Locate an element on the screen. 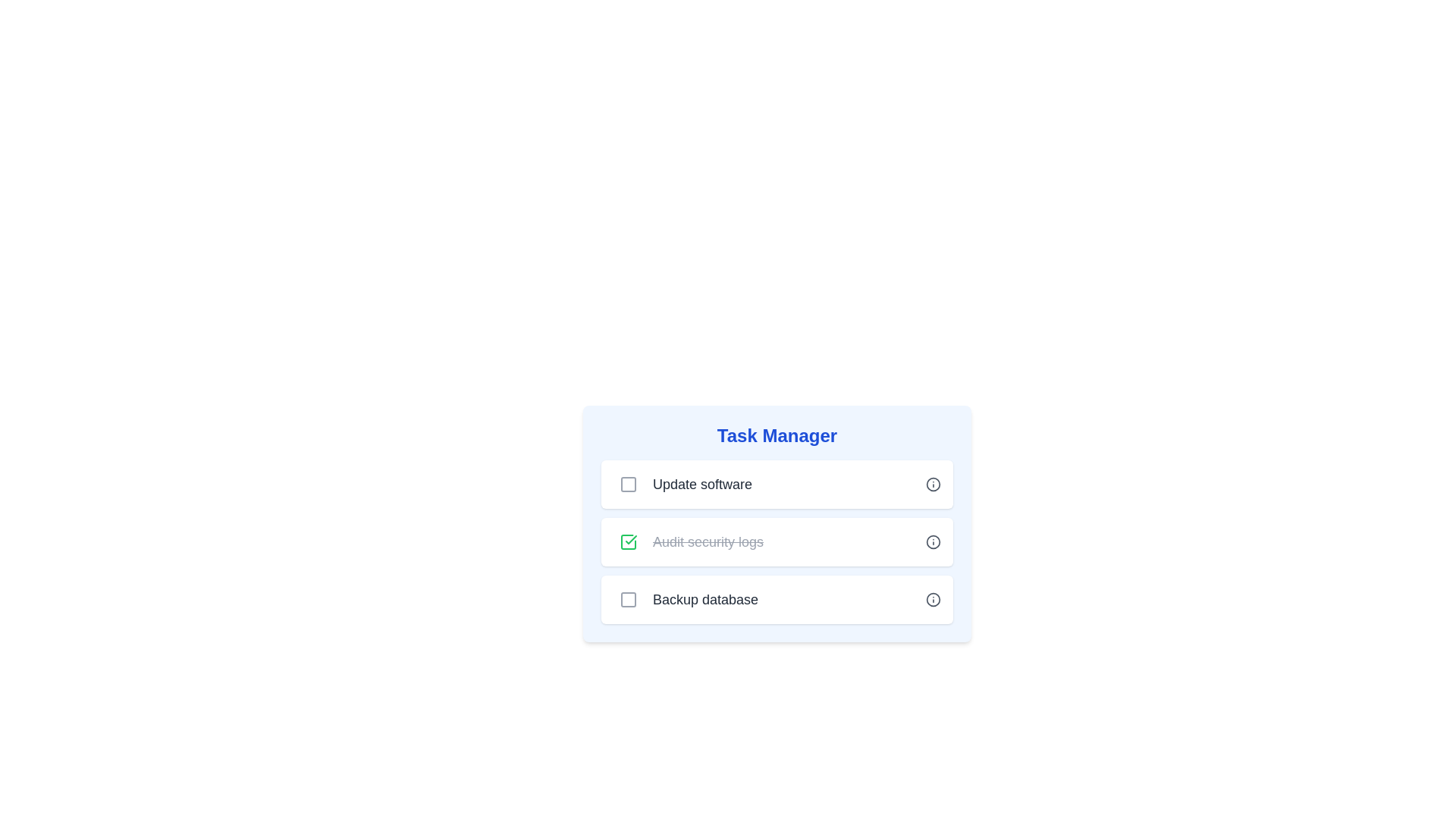  the checkbox of the 'Backup database' task in the 'Task Manager' list is located at coordinates (777, 598).